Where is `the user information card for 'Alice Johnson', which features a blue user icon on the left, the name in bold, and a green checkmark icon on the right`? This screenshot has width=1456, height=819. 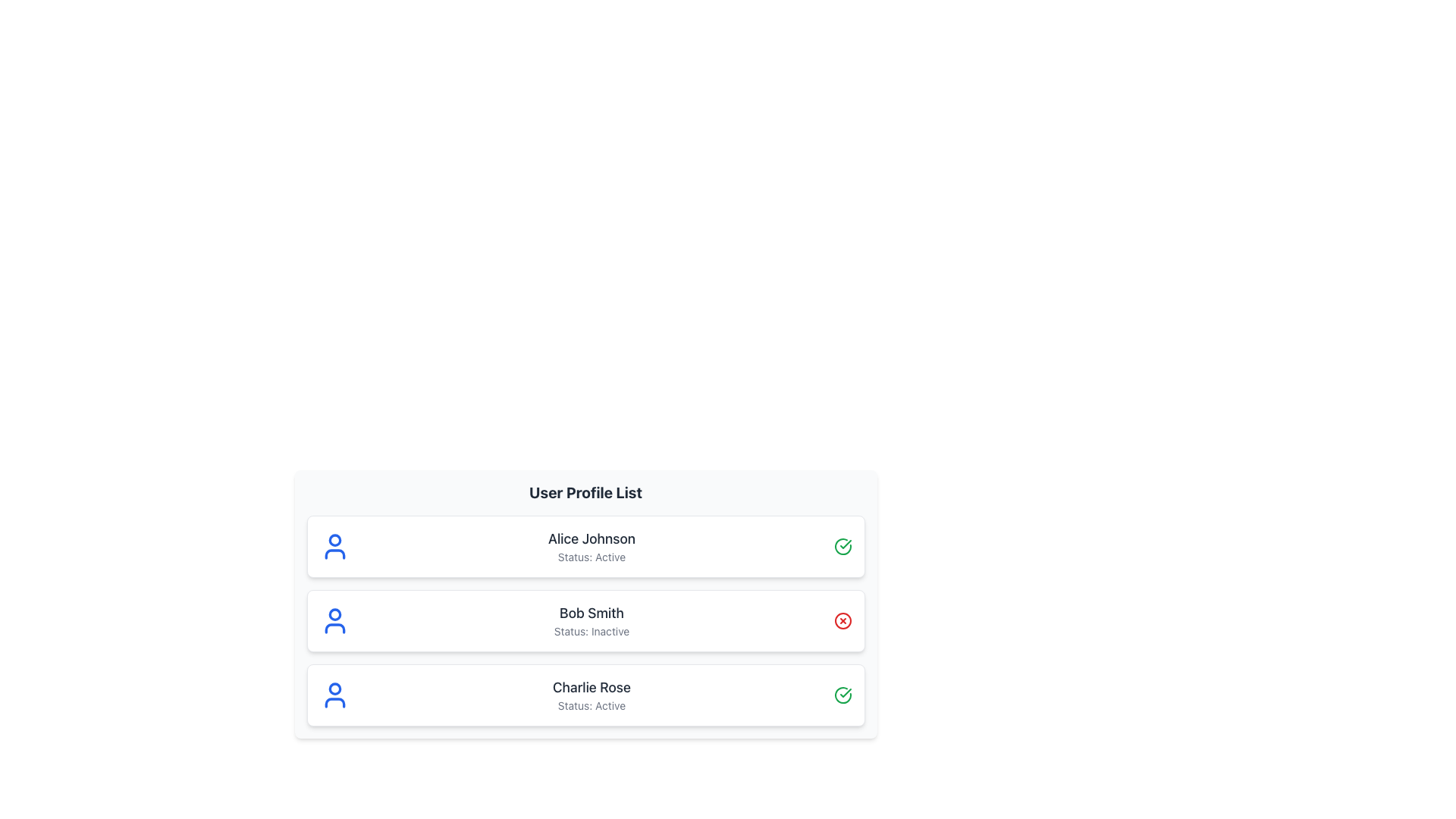
the user information card for 'Alice Johnson', which features a blue user icon on the left, the name in bold, and a green checkmark icon on the right is located at coordinates (585, 547).